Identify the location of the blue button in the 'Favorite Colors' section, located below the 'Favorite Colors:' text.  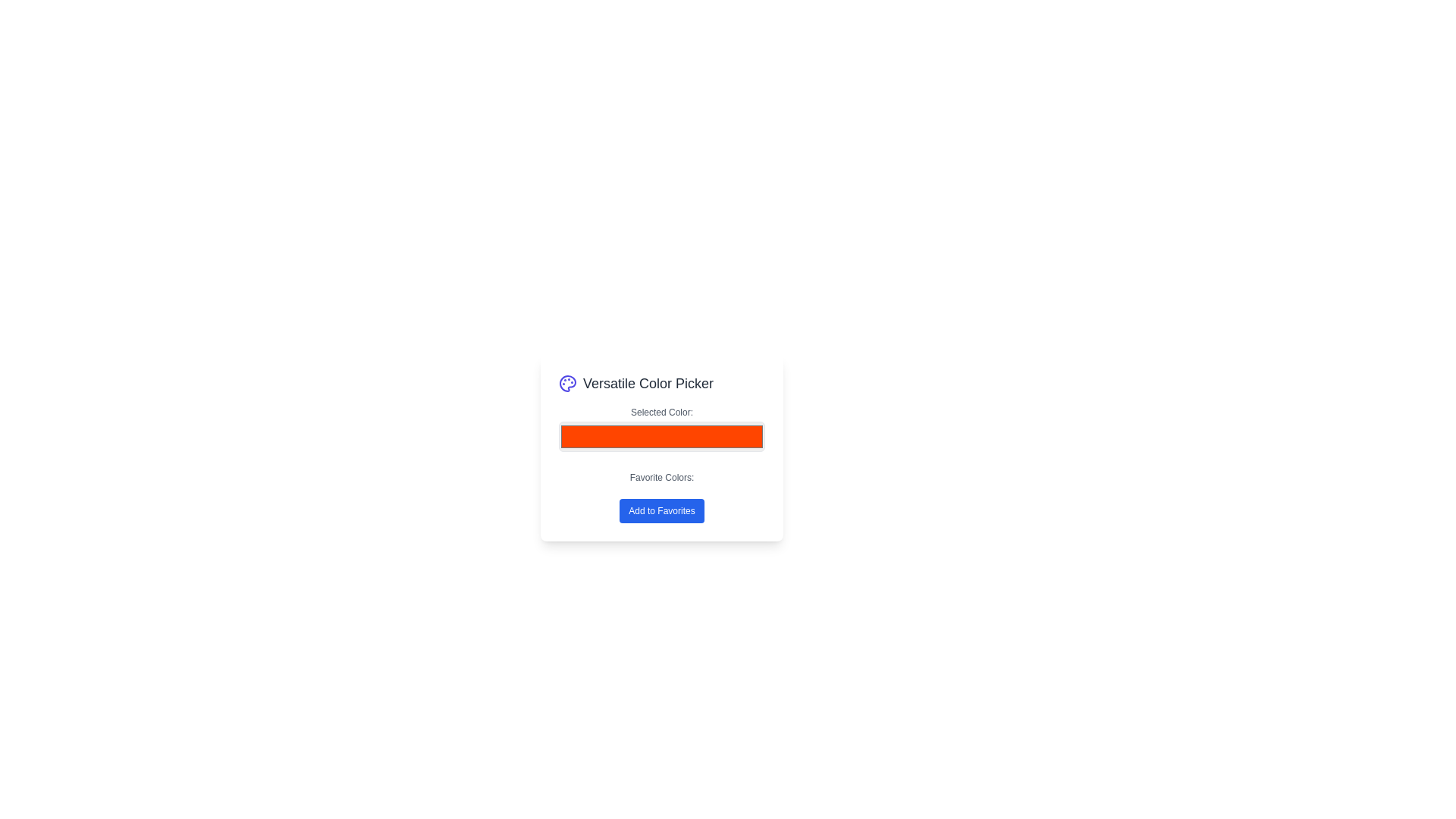
(662, 497).